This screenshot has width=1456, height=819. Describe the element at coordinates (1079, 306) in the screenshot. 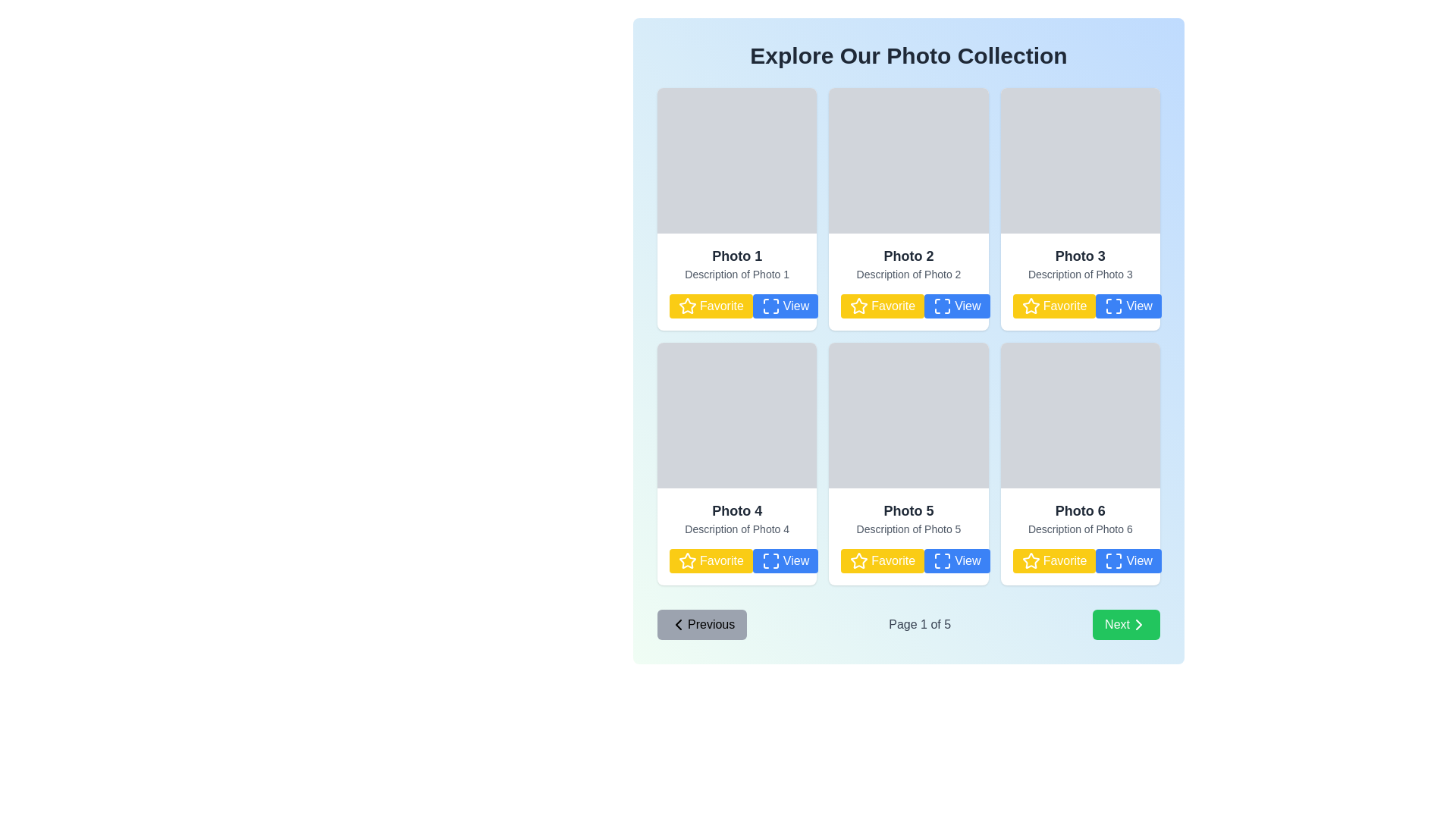

I see `the button with a yellow background and white star icon labeled 'Favorite' located in the lower section of the photo card 'Photo 3'` at that location.